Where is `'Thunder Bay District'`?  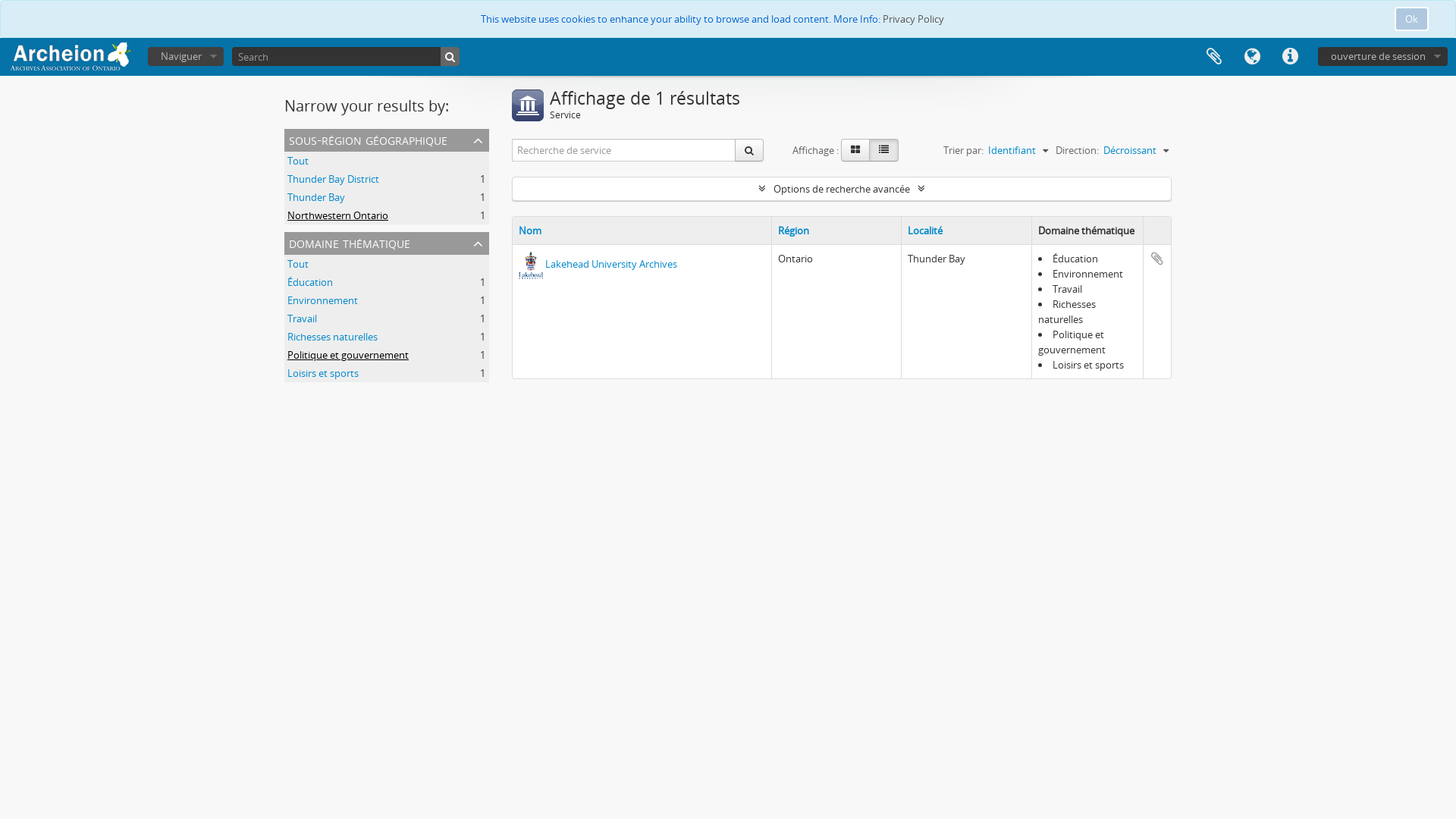
'Thunder Bay District' is located at coordinates (332, 177).